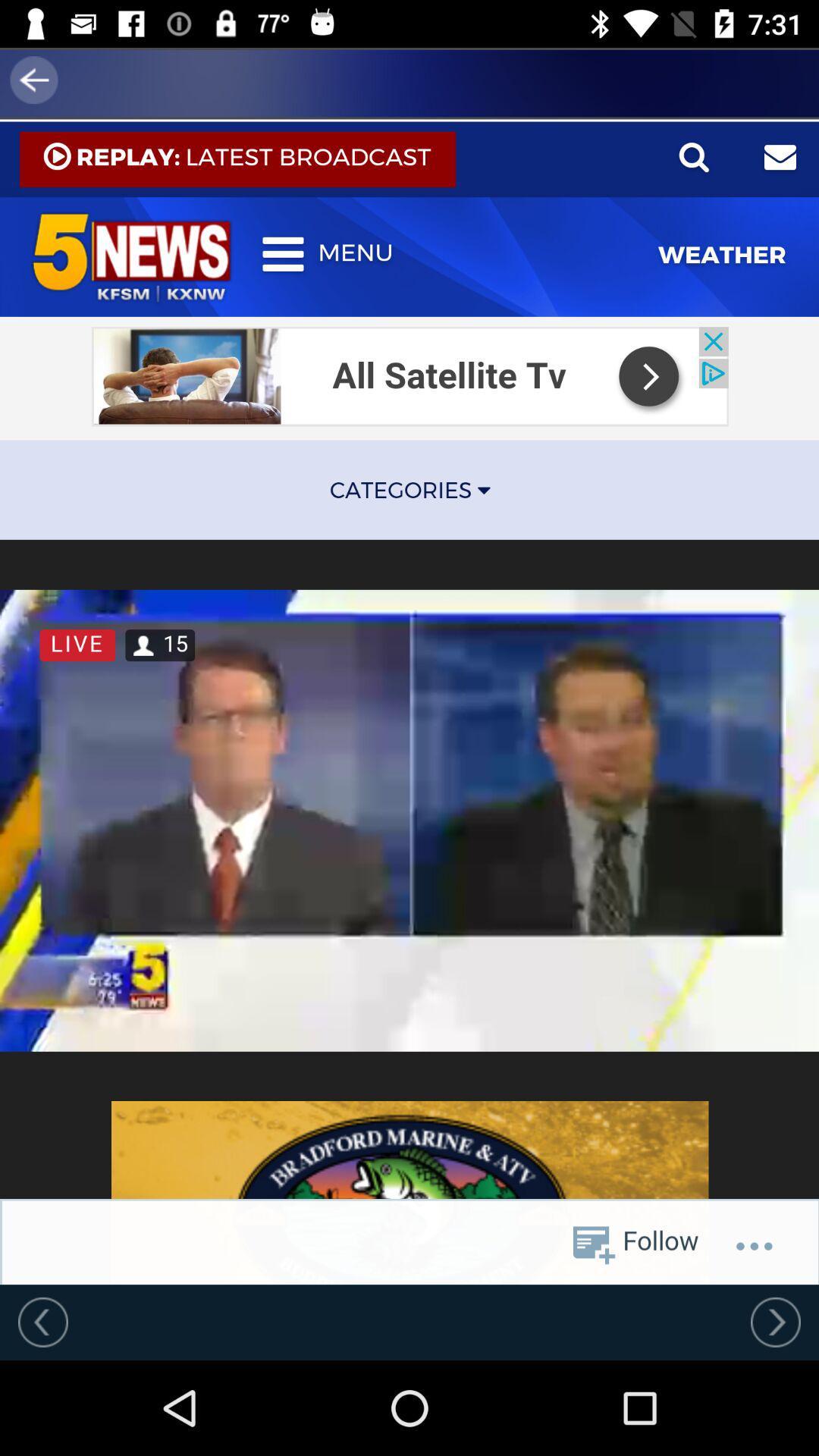  What do you see at coordinates (43, 79) in the screenshot?
I see `the arrow_backward icon` at bounding box center [43, 79].